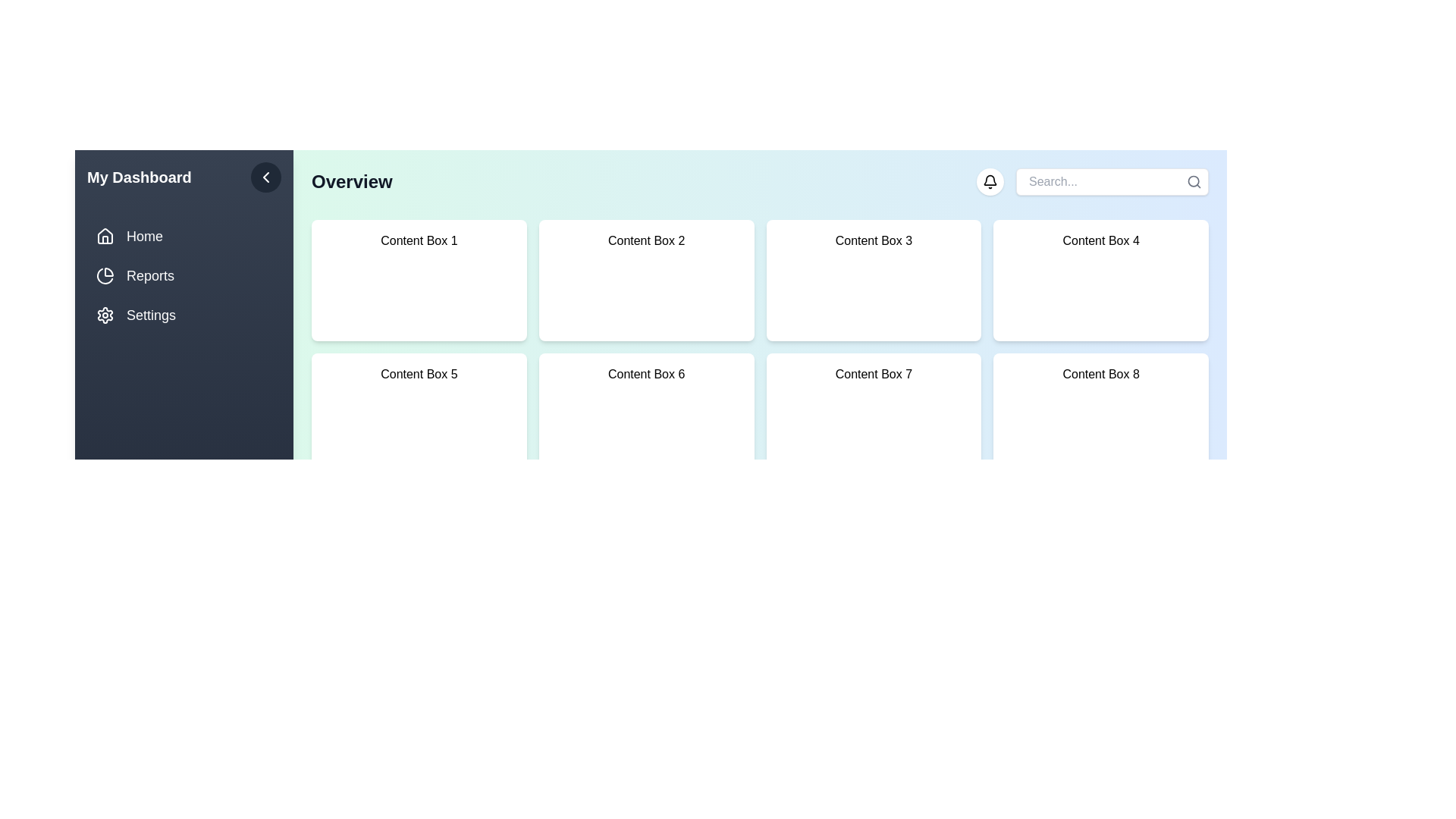 Image resolution: width=1456 pixels, height=819 pixels. Describe the element at coordinates (1105, 180) in the screenshot. I see `the search input field and type 'example query'` at that location.